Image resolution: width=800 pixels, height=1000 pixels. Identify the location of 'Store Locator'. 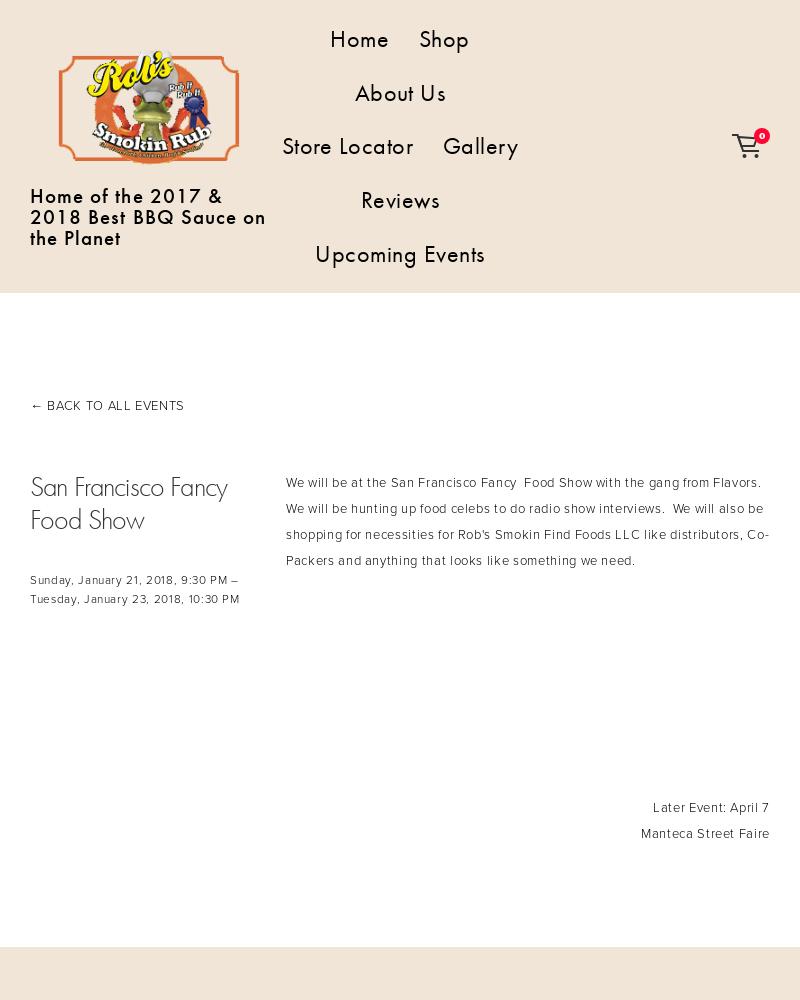
(346, 145).